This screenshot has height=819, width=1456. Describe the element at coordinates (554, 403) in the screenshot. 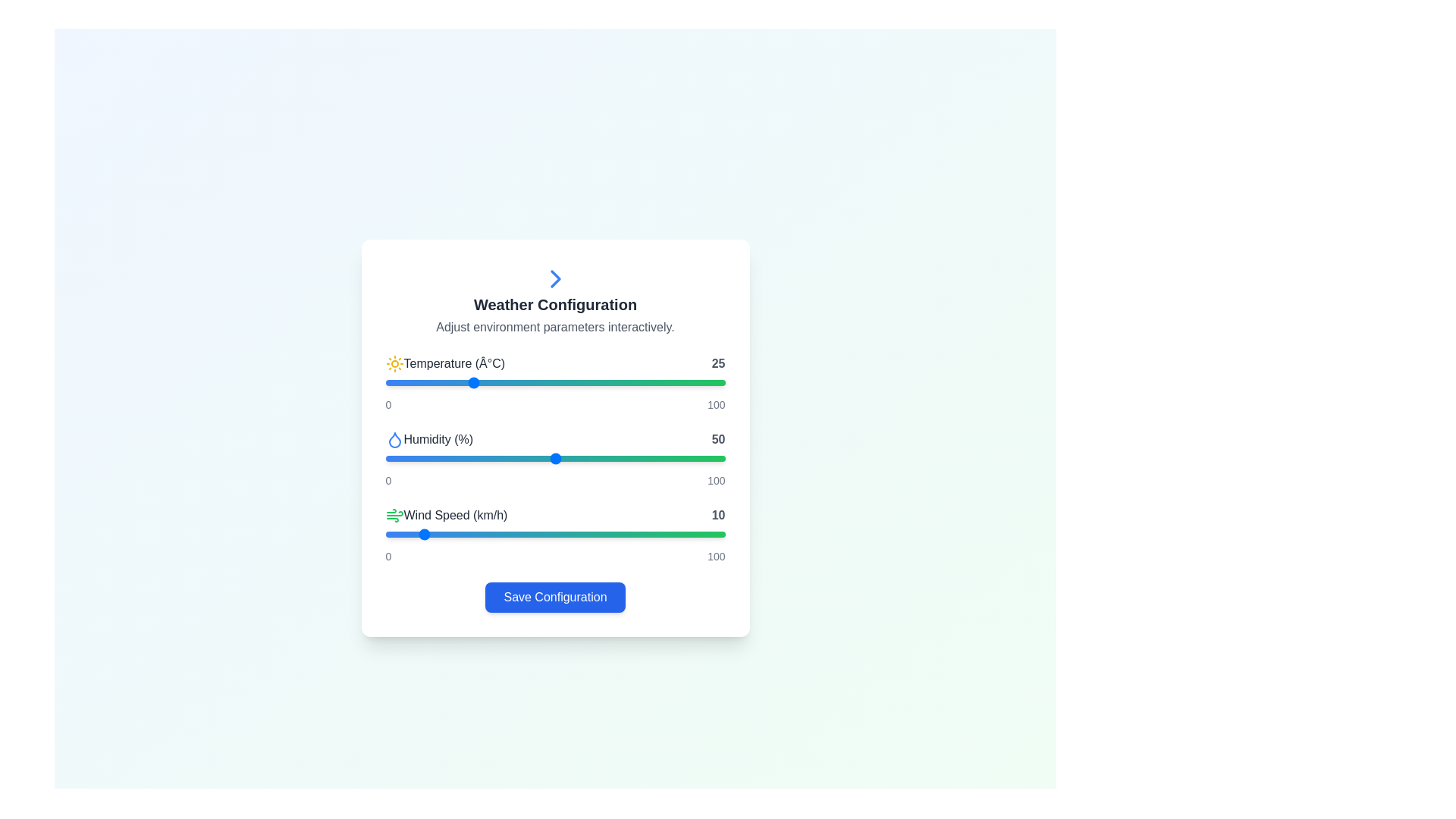

I see `the text label displaying the range indicators '0' and '100' for the slider in the 'Weather Configuration' section, located below the temperature slider` at that location.